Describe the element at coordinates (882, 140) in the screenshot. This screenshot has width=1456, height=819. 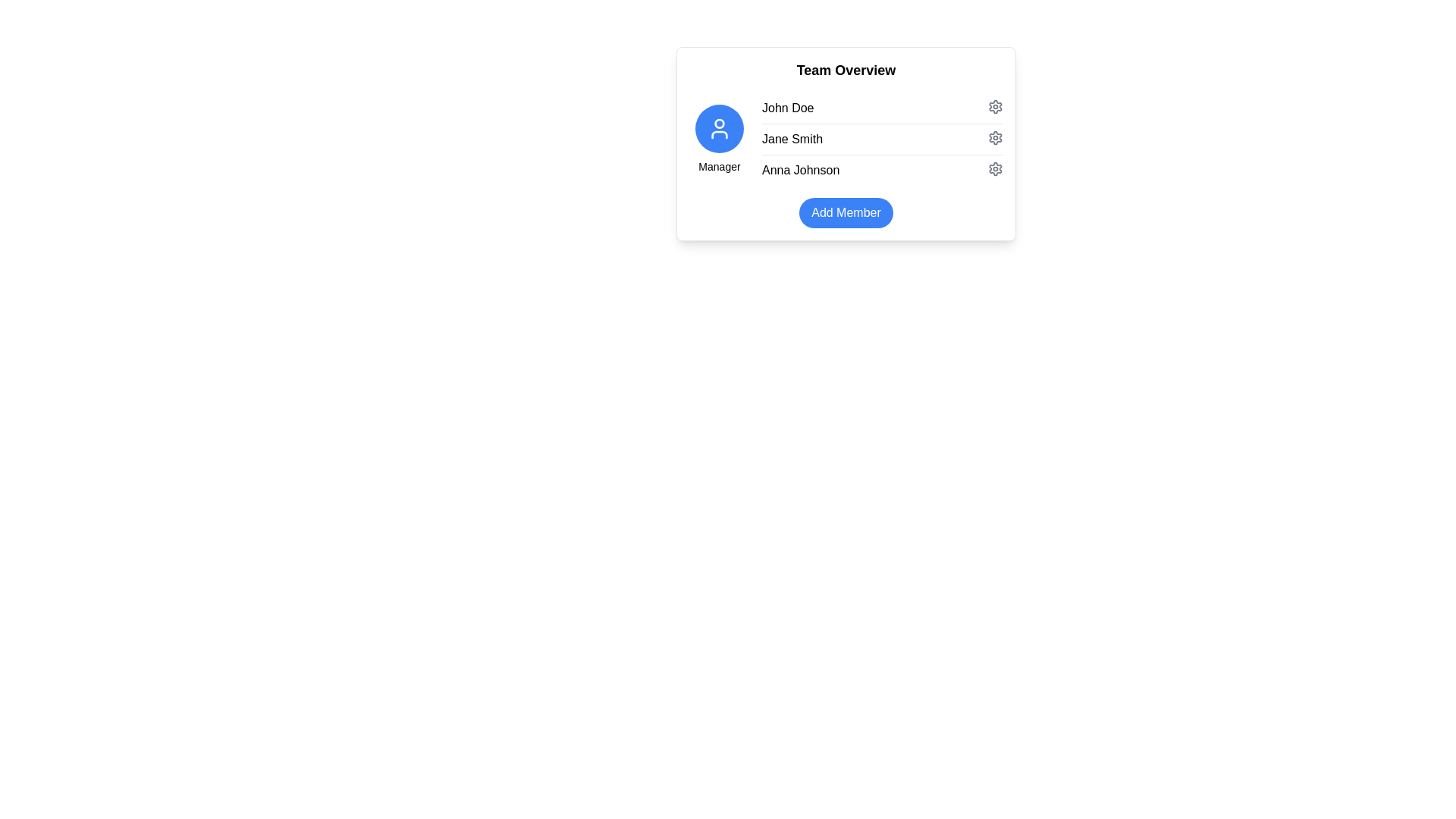
I see `the second entry in the vertical list of team members, which includes the names 'John Doe', 'Jane Smith', and 'Anna Johnson' under the 'Team Overview' title` at that location.